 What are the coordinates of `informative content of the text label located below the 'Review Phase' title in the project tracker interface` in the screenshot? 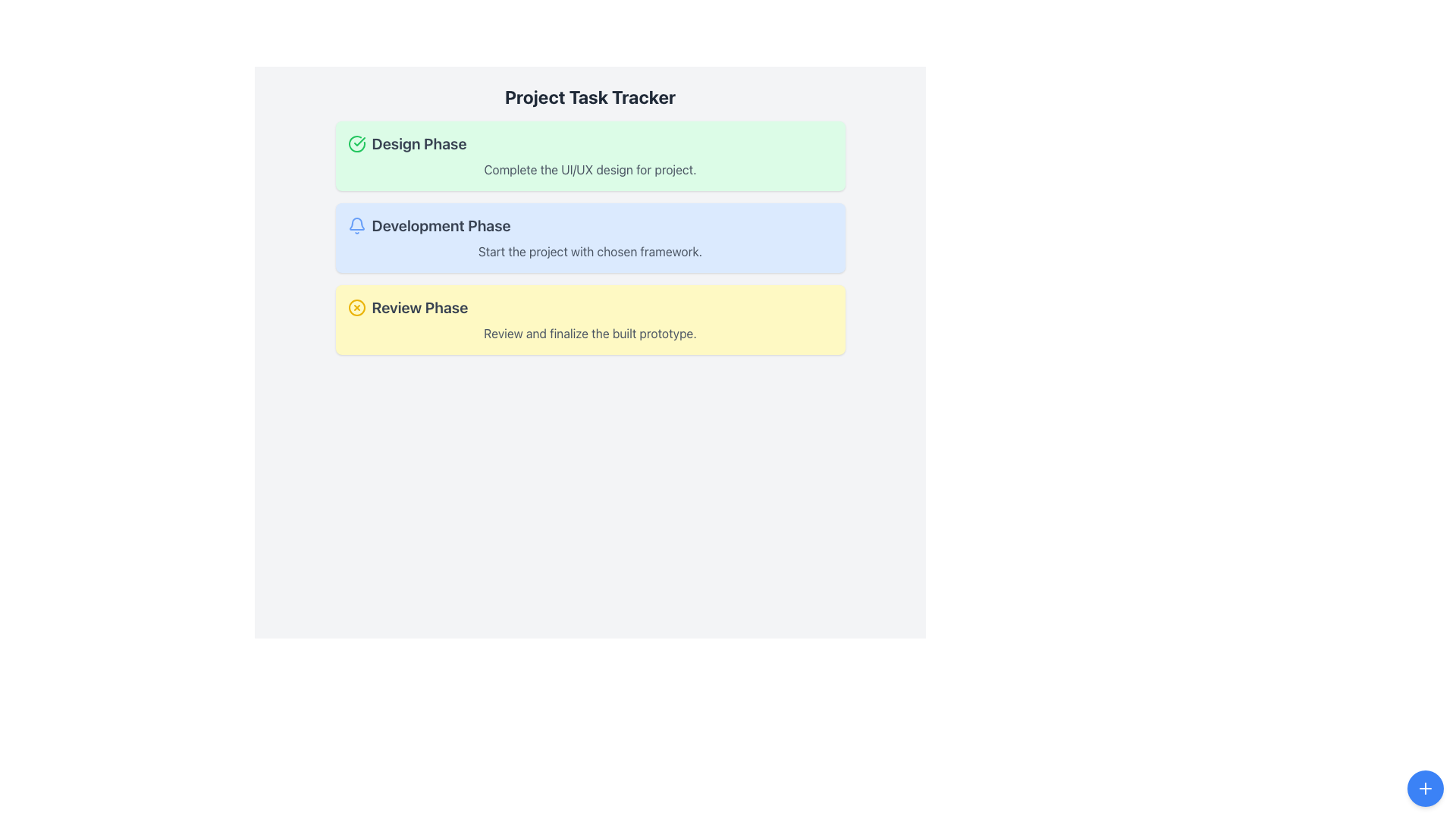 It's located at (589, 332).